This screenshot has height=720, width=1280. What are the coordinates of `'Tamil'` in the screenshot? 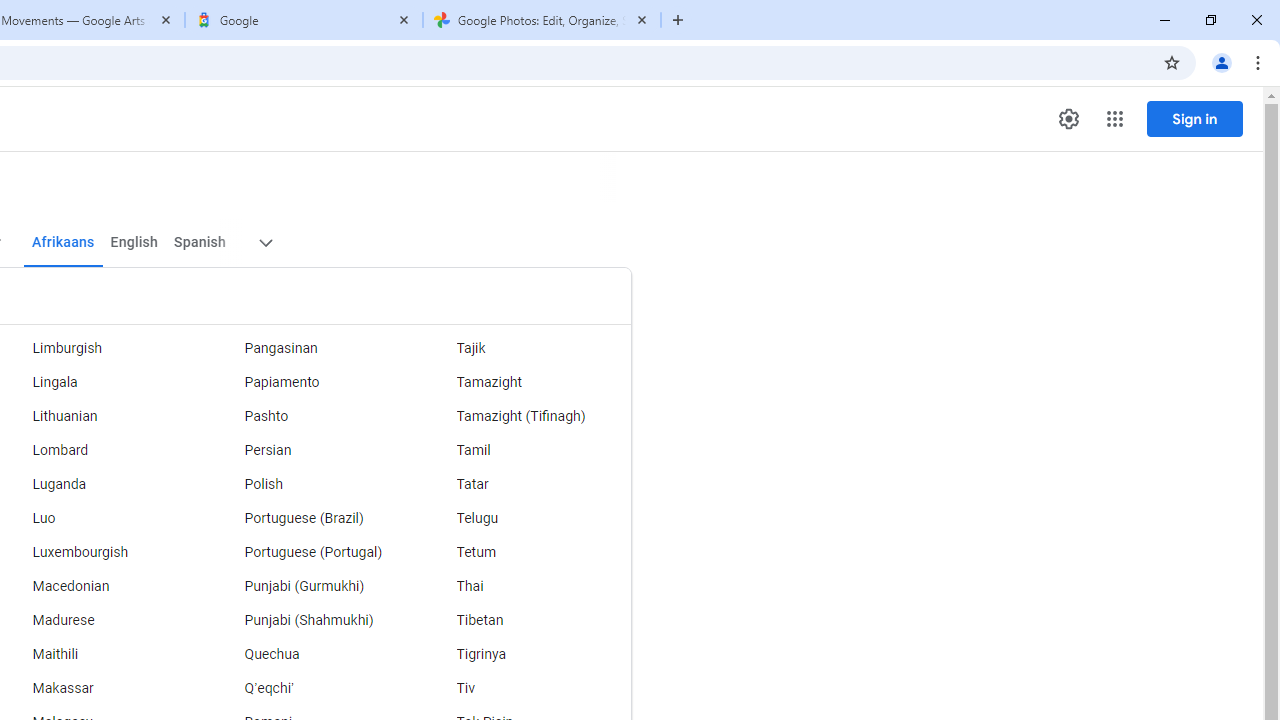 It's located at (525, 451).